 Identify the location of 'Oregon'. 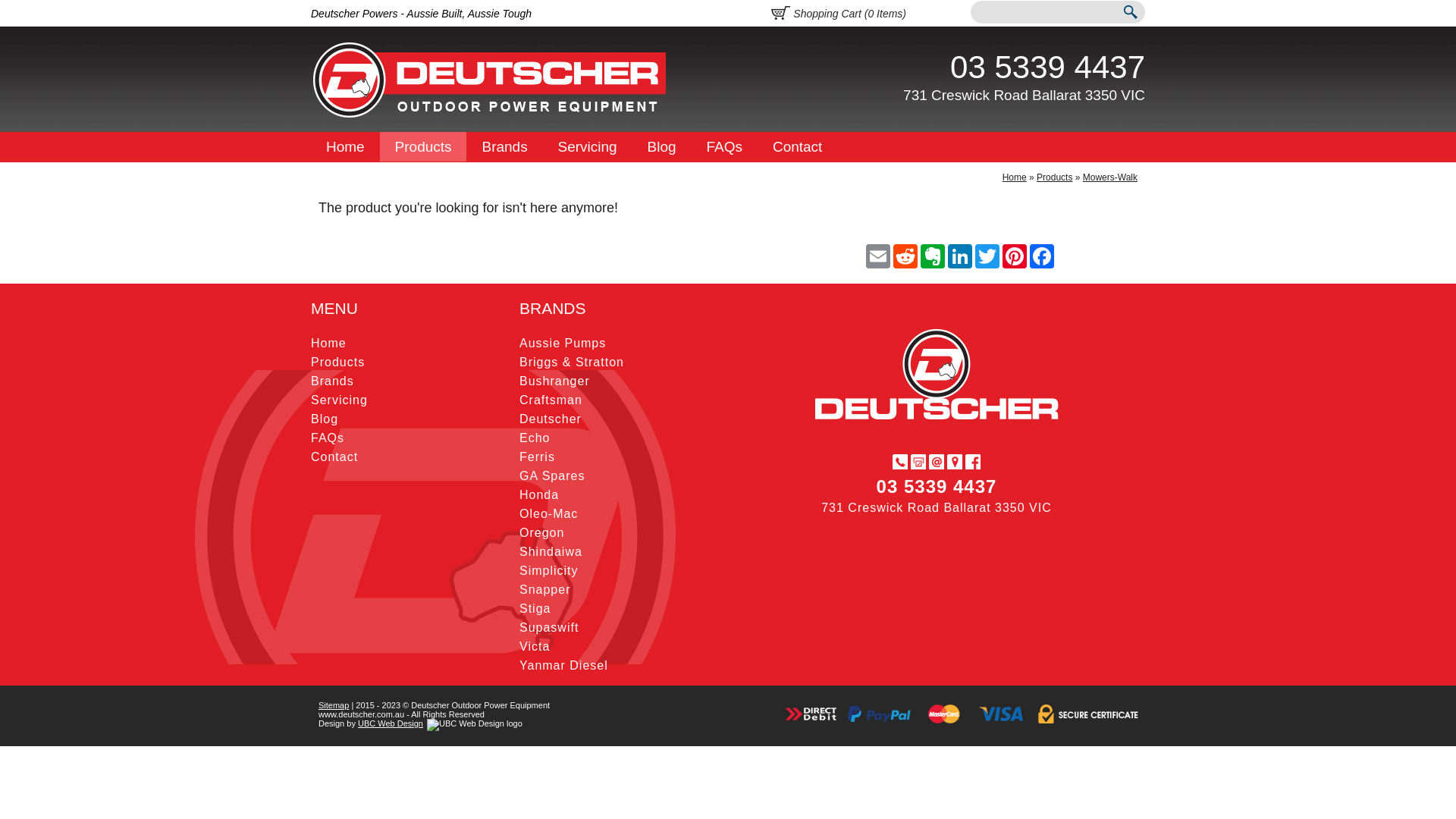
(519, 532).